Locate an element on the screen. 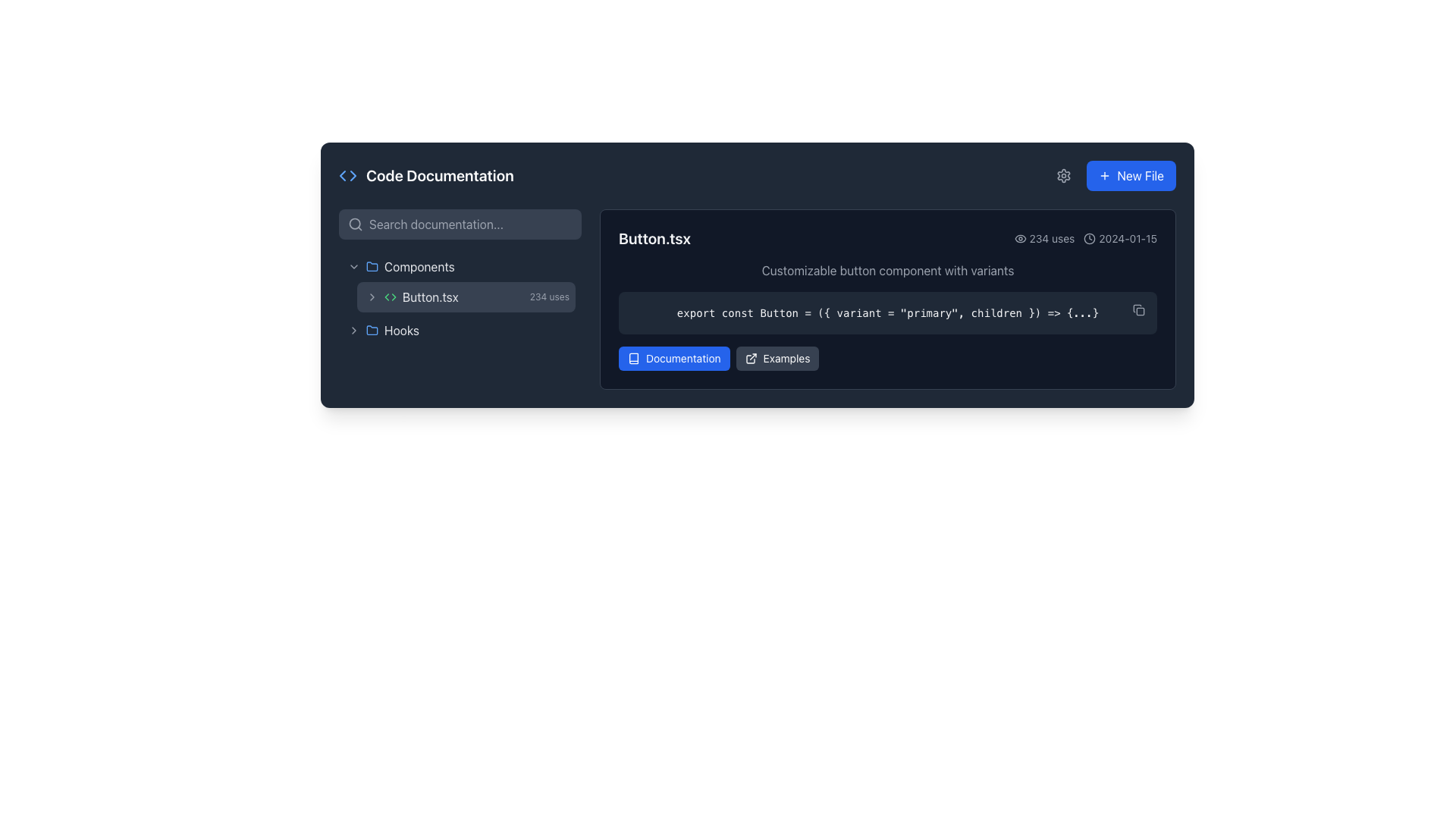 The image size is (1456, 819). the button with a small downward-pointing chevron icon next to the text 'Components' in the sidebar is located at coordinates (353, 265).